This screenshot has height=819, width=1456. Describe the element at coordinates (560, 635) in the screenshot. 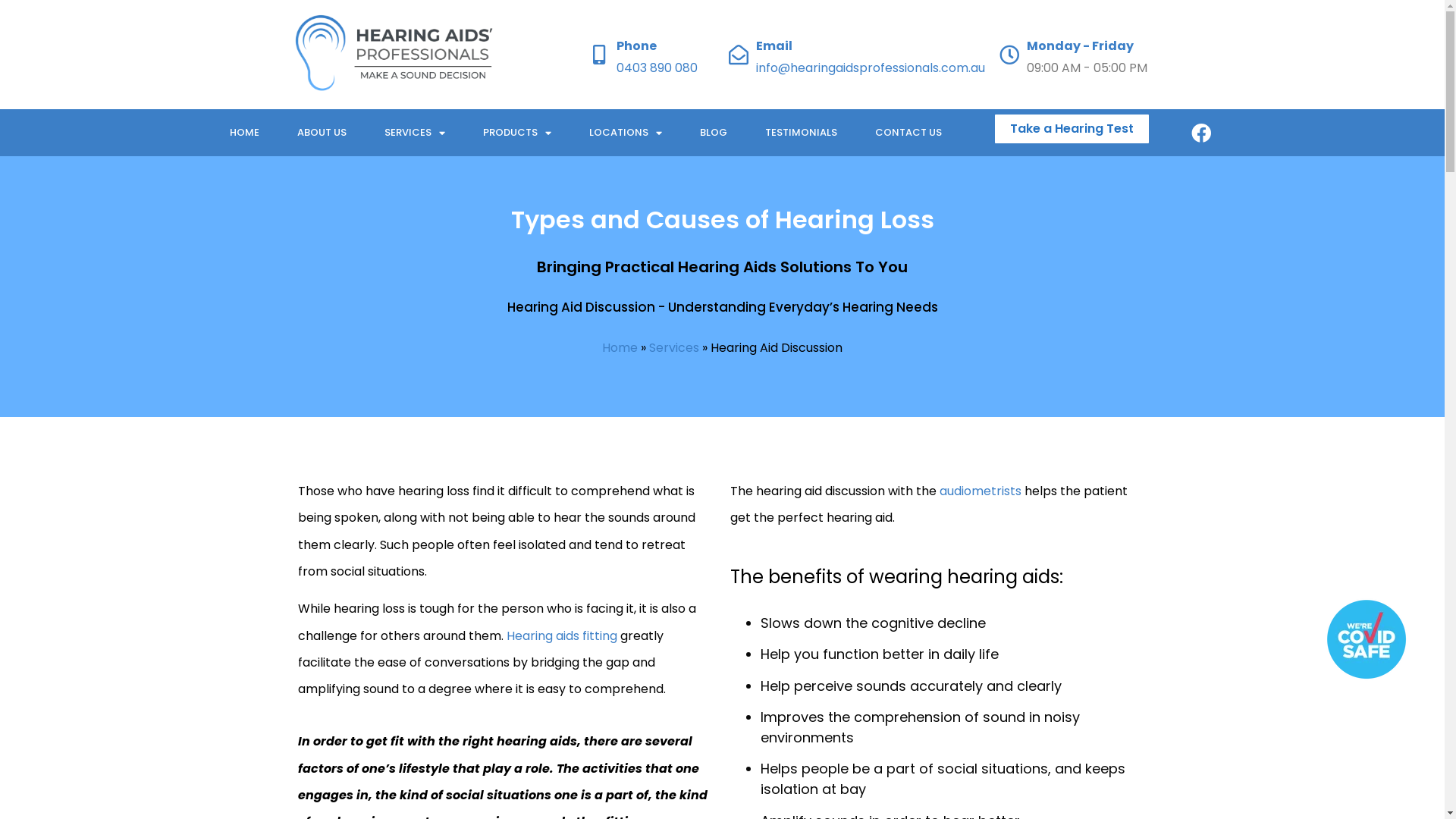

I see `'Hearing aids fitting'` at that location.